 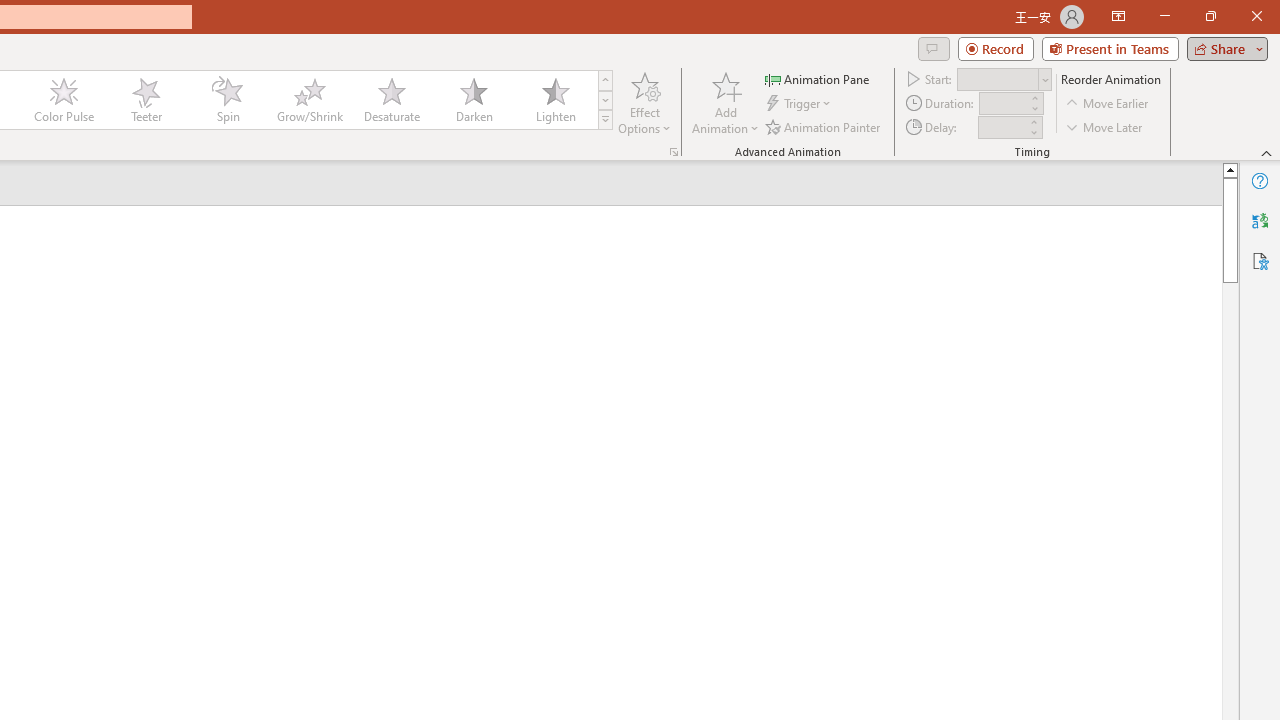 I want to click on 'Desaturate', so click(x=391, y=100).